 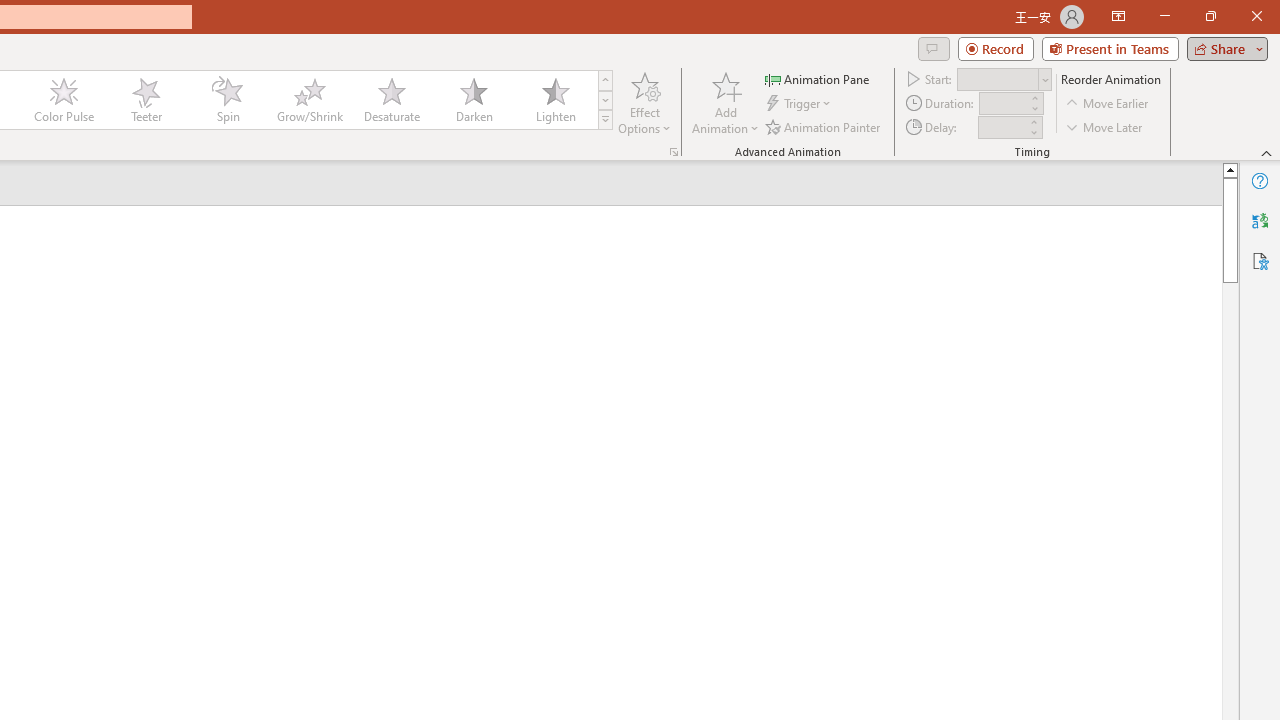 I want to click on 'Desaturate', so click(x=391, y=100).